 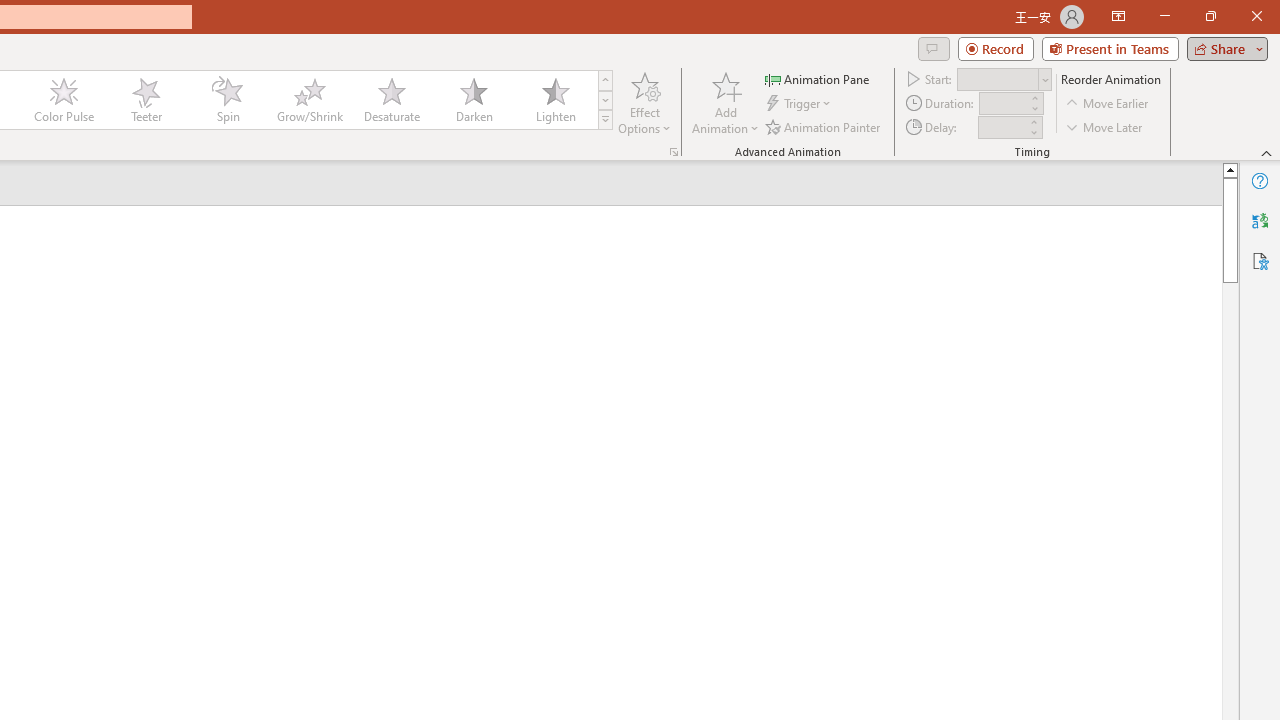 I want to click on 'Desaturate', so click(x=391, y=100).